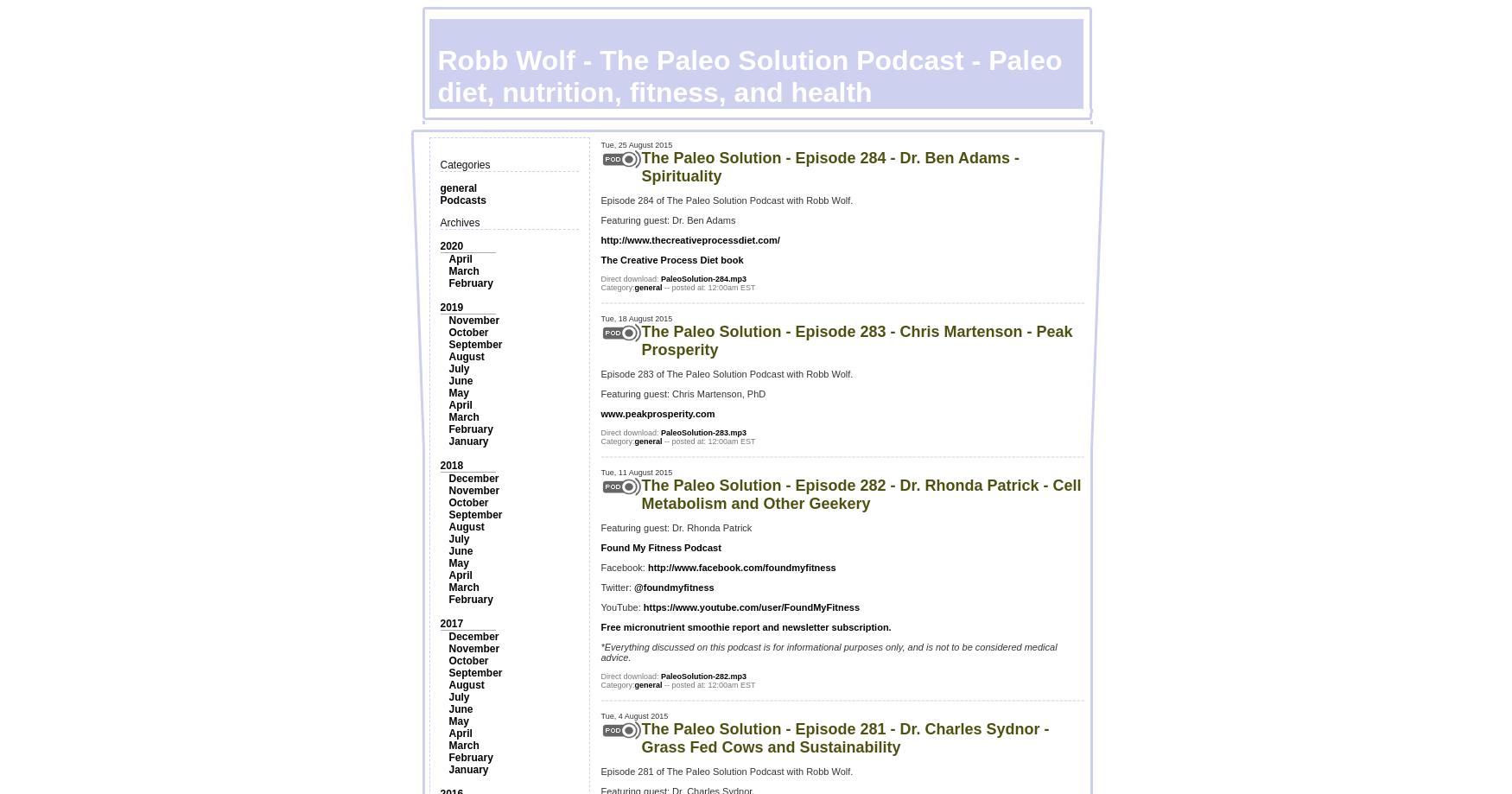 The width and height of the screenshot is (1512, 794). Describe the element at coordinates (703, 676) in the screenshot. I see `'PaleoSolution-282.mp3'` at that location.